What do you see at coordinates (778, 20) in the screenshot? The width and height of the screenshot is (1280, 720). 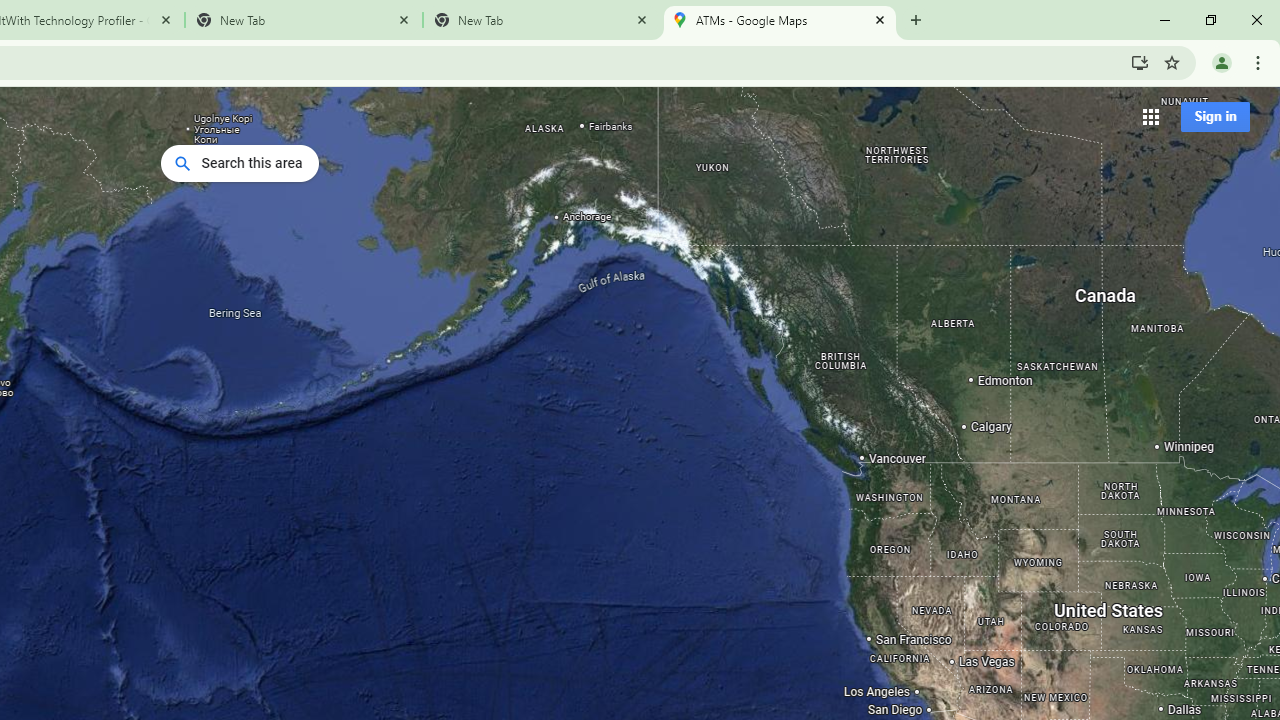 I see `'ATMs - Google Maps'` at bounding box center [778, 20].